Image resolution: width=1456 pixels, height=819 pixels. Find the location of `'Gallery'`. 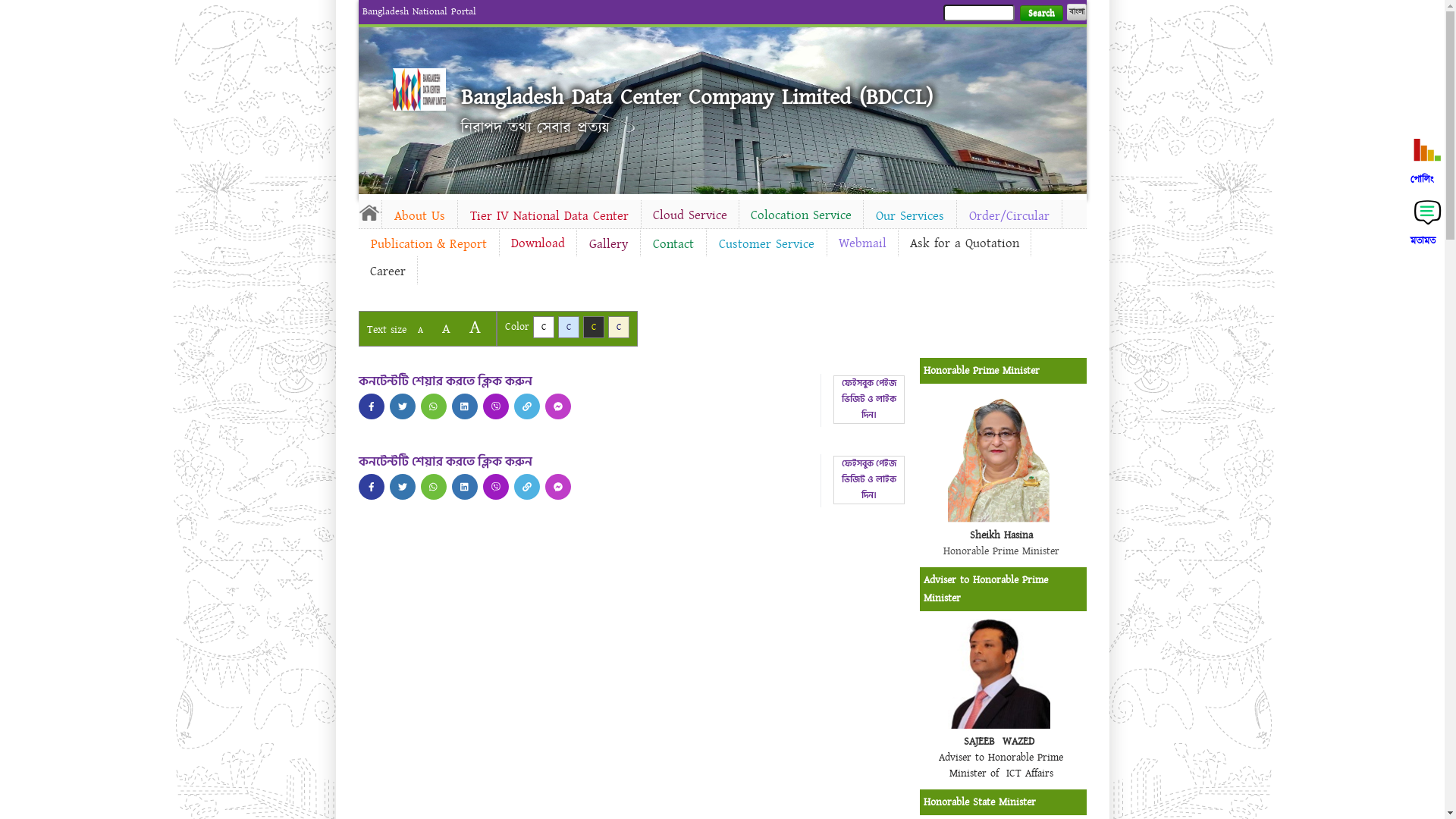

'Gallery' is located at coordinates (607, 243).